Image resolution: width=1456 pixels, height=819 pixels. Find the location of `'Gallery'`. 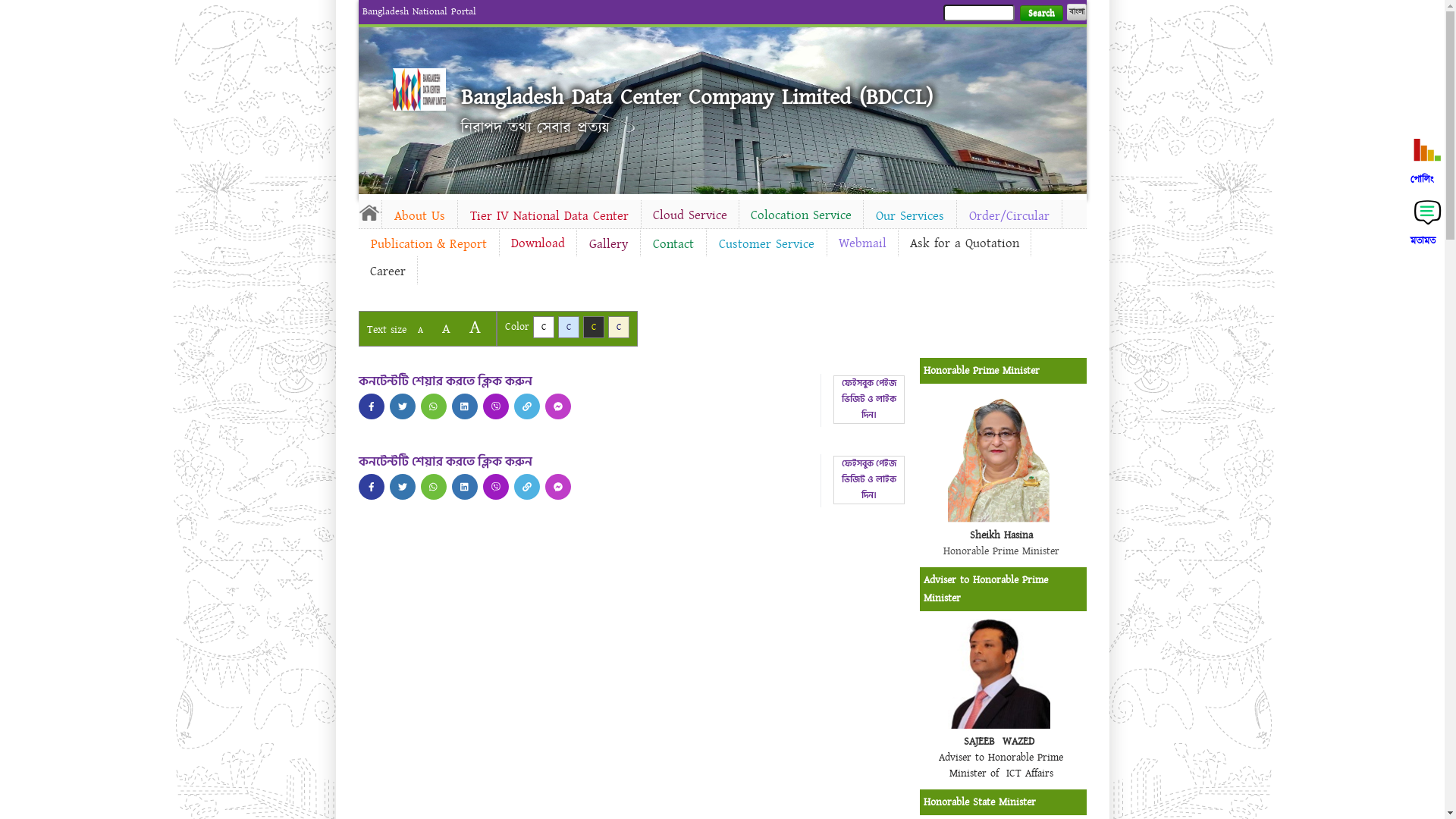

'Gallery' is located at coordinates (607, 243).